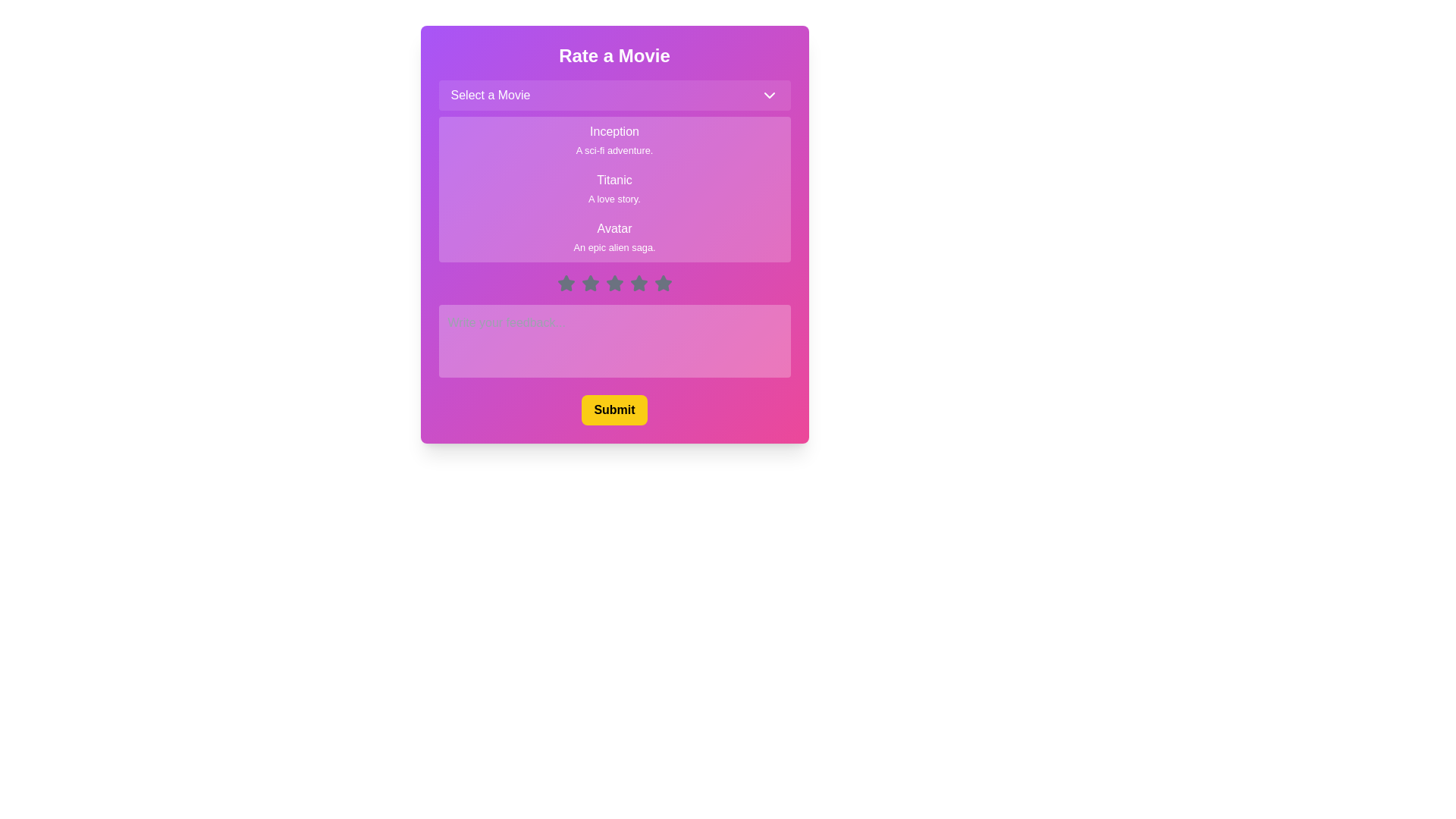 The image size is (1456, 819). I want to click on the fifth star icon for rating, which is dark gray and located on a gradient purple background, so click(662, 283).